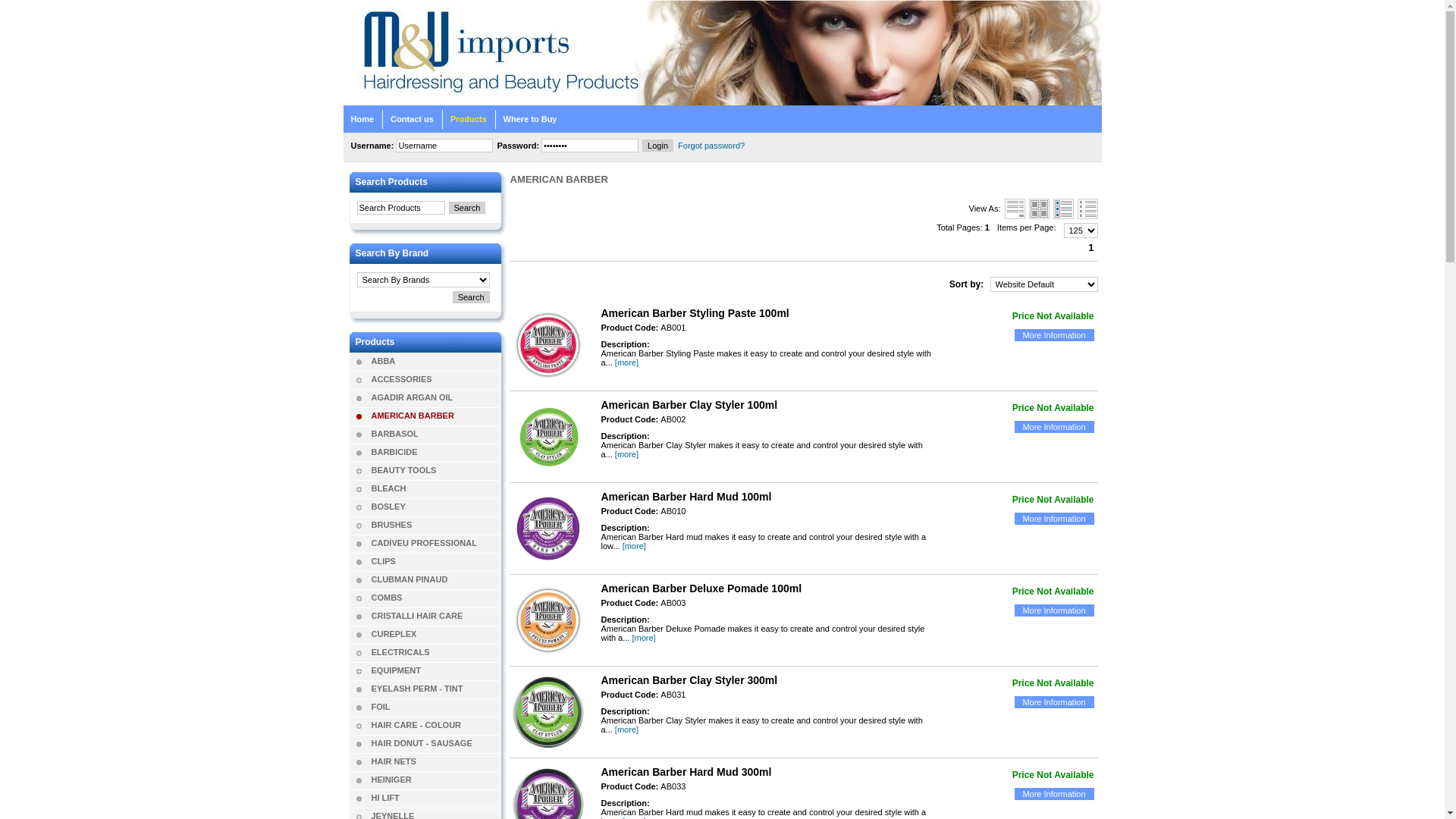 Image resolution: width=1456 pixels, height=819 pixels. What do you see at coordinates (435, 724) in the screenshot?
I see `'HAIR CARE - COLOUR'` at bounding box center [435, 724].